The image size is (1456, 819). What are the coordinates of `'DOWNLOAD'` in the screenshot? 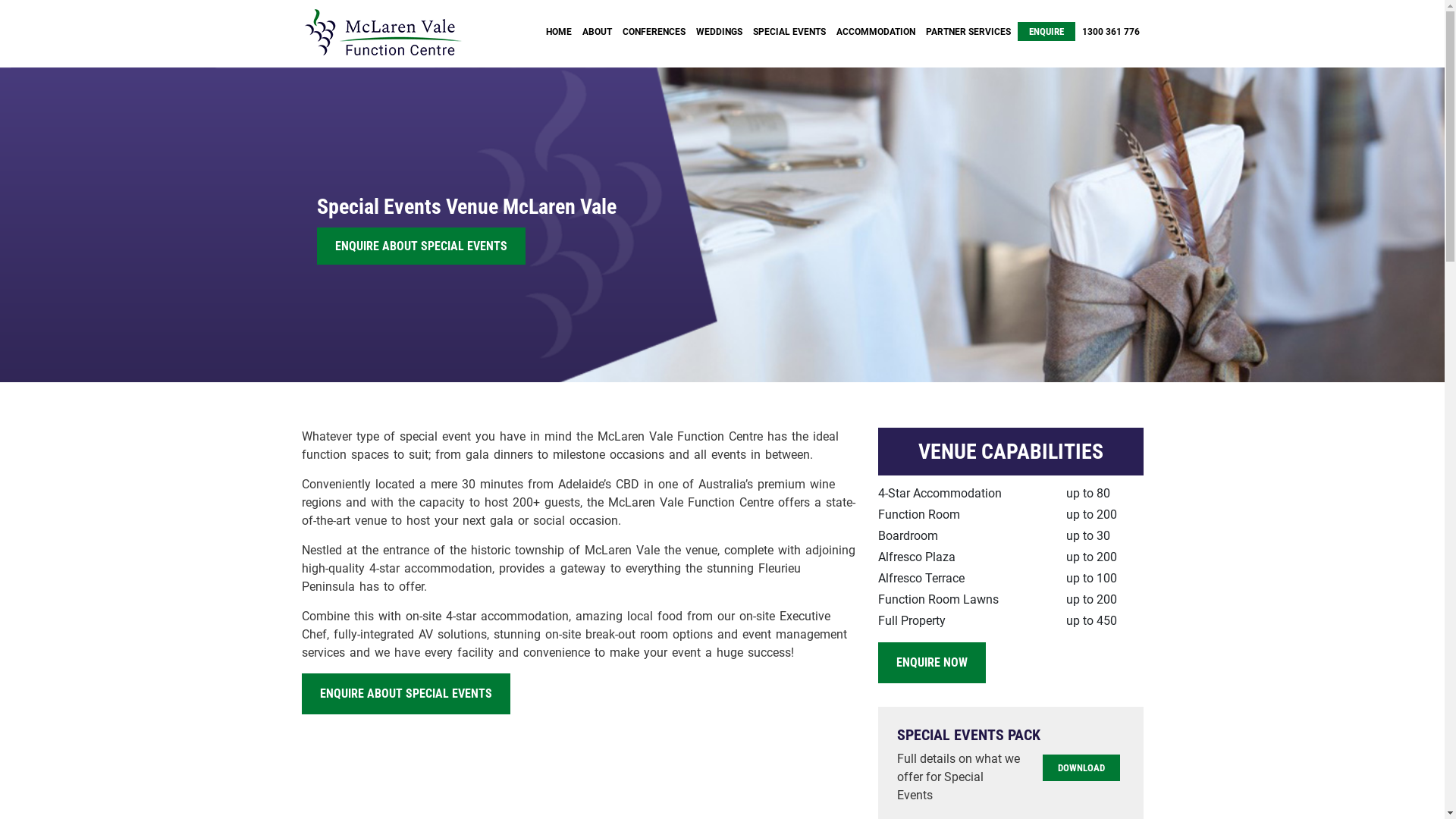 It's located at (1080, 767).